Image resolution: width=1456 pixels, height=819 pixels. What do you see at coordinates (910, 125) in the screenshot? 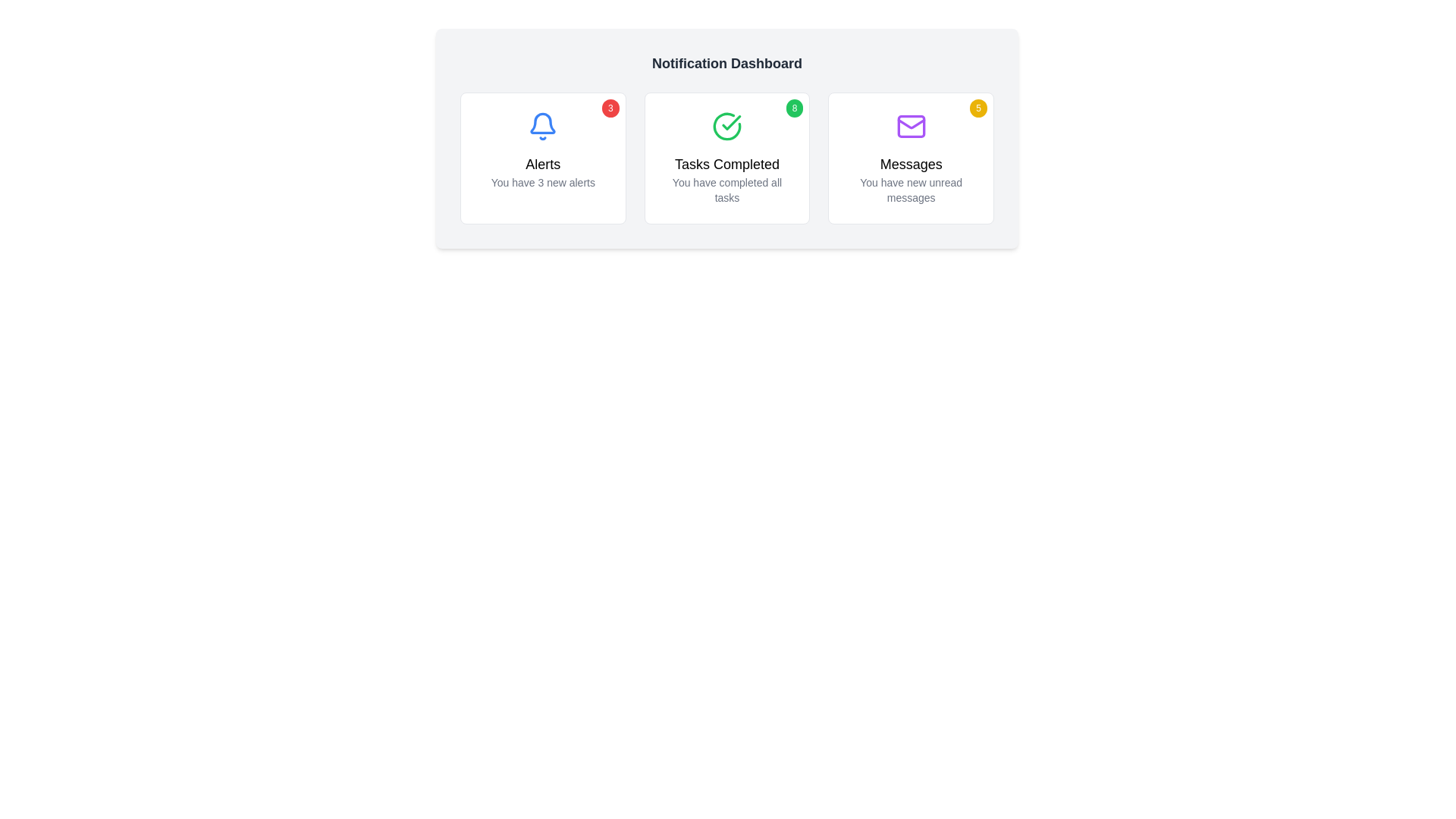
I see `the decorative envelope icon representing 'Messages' within the notification card, which is located on the right side of the three-card row` at bounding box center [910, 125].